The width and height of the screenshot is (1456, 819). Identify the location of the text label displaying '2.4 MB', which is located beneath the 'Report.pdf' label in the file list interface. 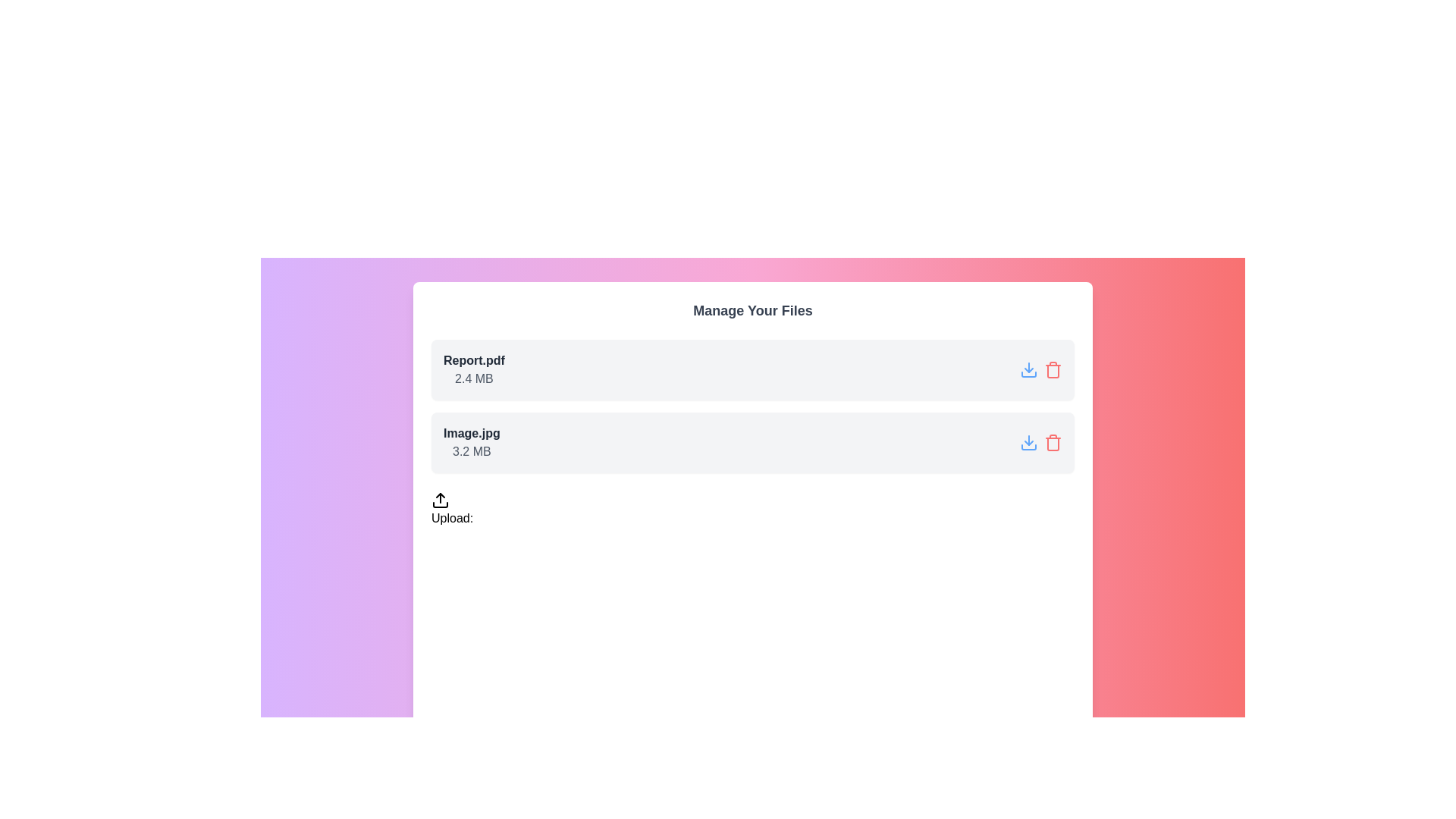
(473, 378).